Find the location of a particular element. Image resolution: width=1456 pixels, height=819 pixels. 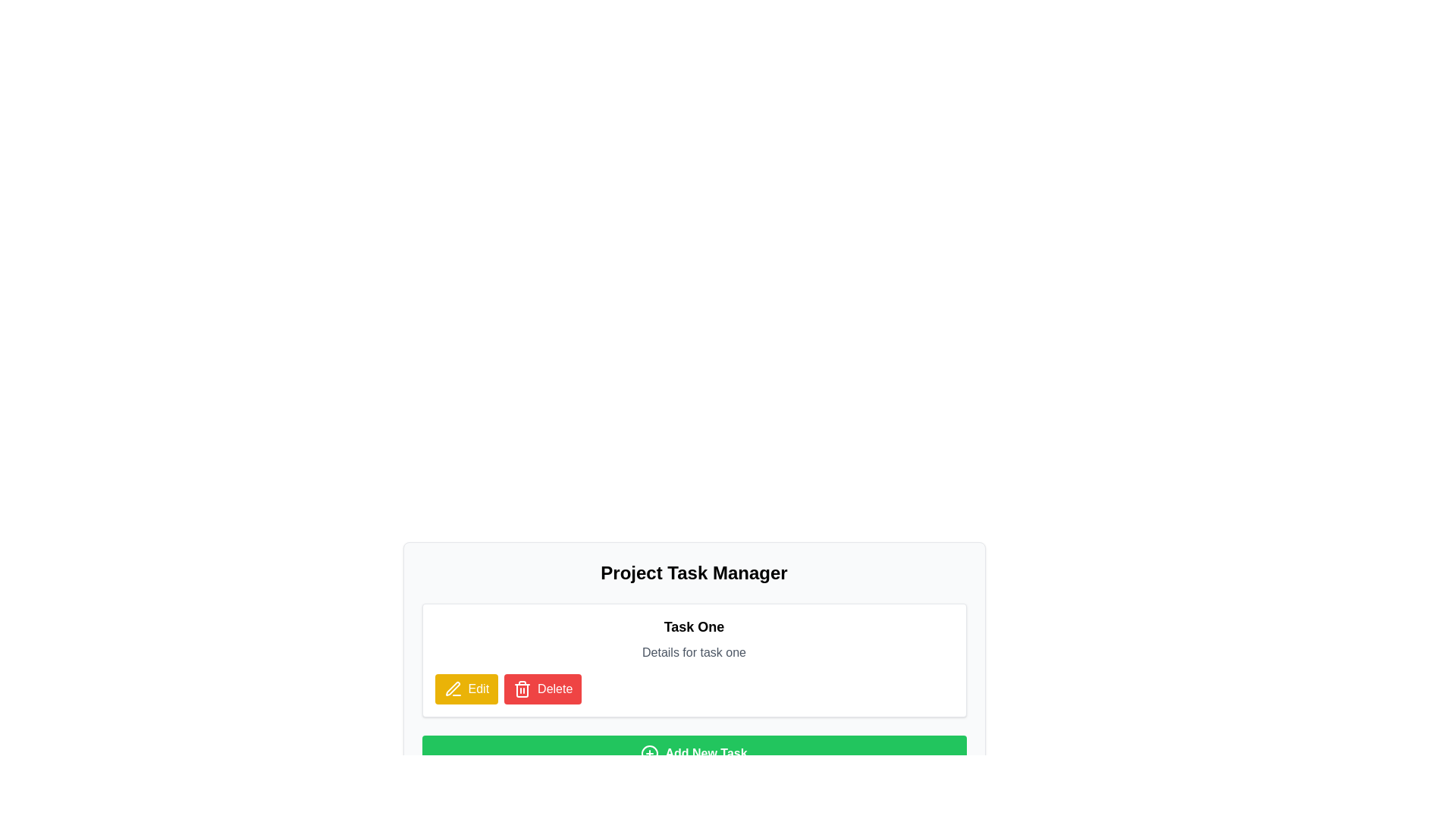

the trash can icon, which is a modern line design in white on a red background, located to the right of the 'Delete' button below the 'Task One' card, to confirm the deletion is located at coordinates (522, 689).